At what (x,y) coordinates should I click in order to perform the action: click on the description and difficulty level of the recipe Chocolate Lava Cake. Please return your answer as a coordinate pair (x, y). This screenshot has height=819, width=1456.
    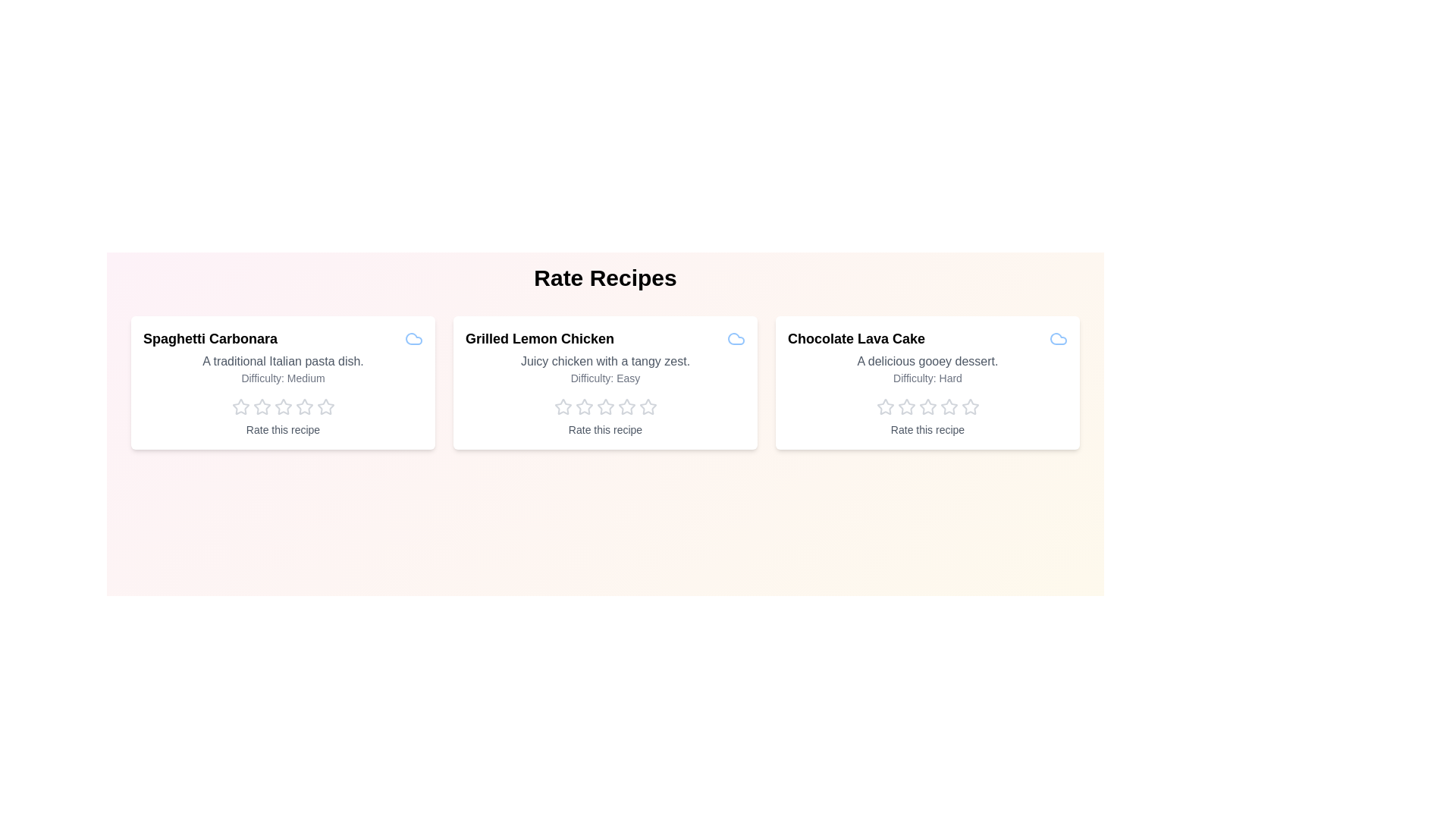
    Looking at the image, I should click on (927, 362).